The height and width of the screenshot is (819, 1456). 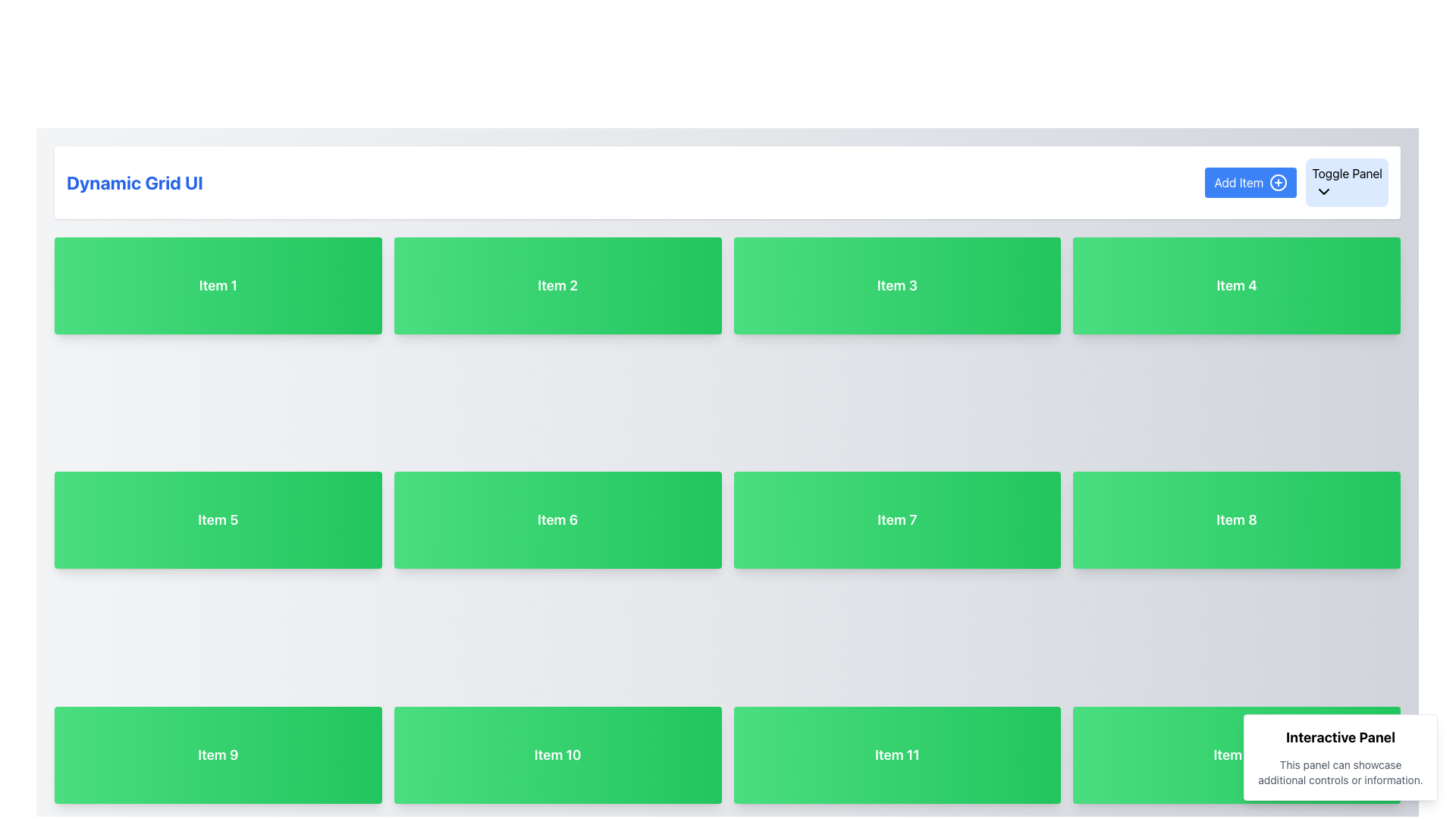 I want to click on the circular icon with a plus symbol located to the right of the 'Add Item' button, so click(x=1278, y=181).